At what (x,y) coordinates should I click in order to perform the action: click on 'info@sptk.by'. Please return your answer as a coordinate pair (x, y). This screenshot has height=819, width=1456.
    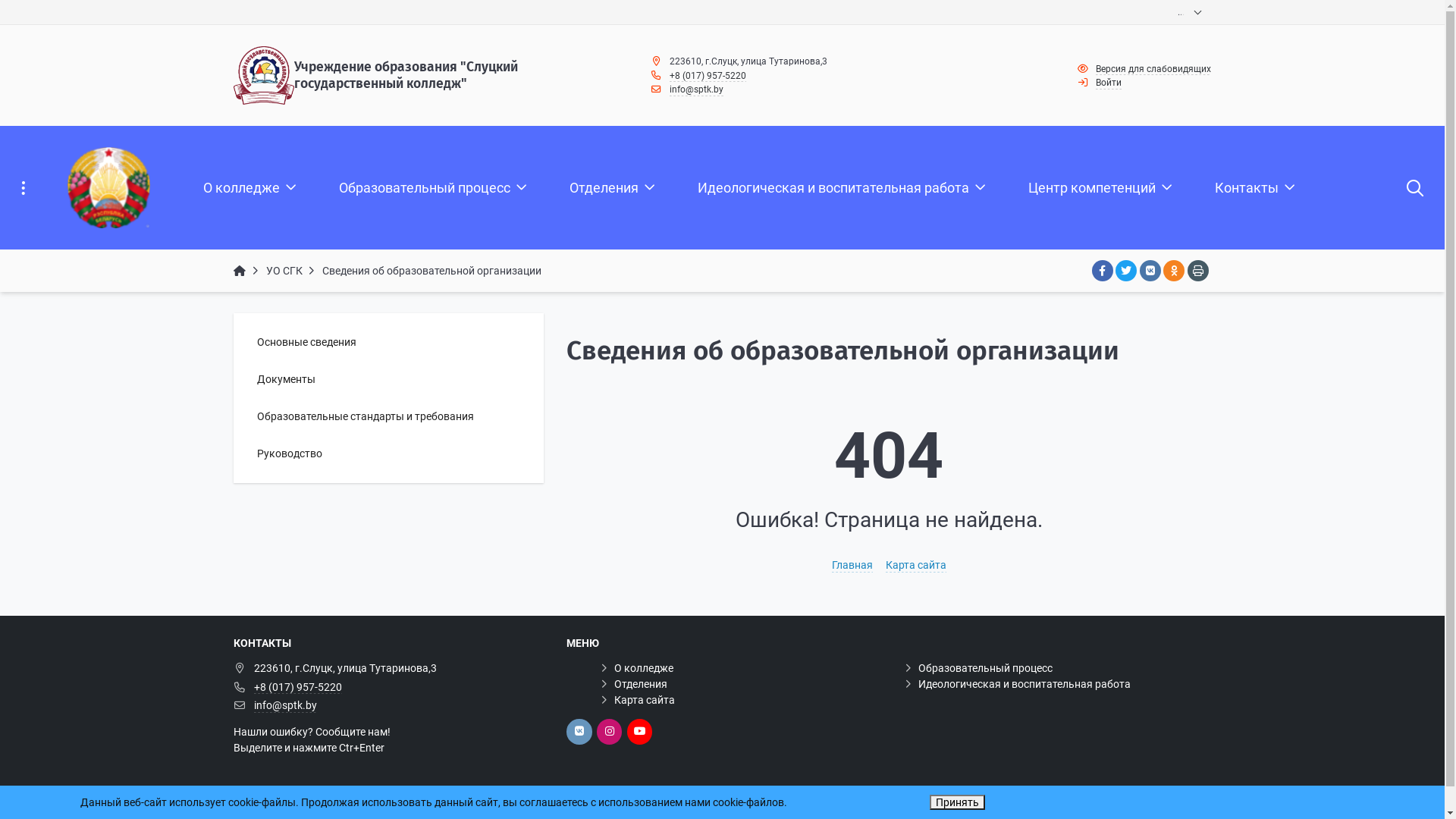
    Looking at the image, I should click on (695, 90).